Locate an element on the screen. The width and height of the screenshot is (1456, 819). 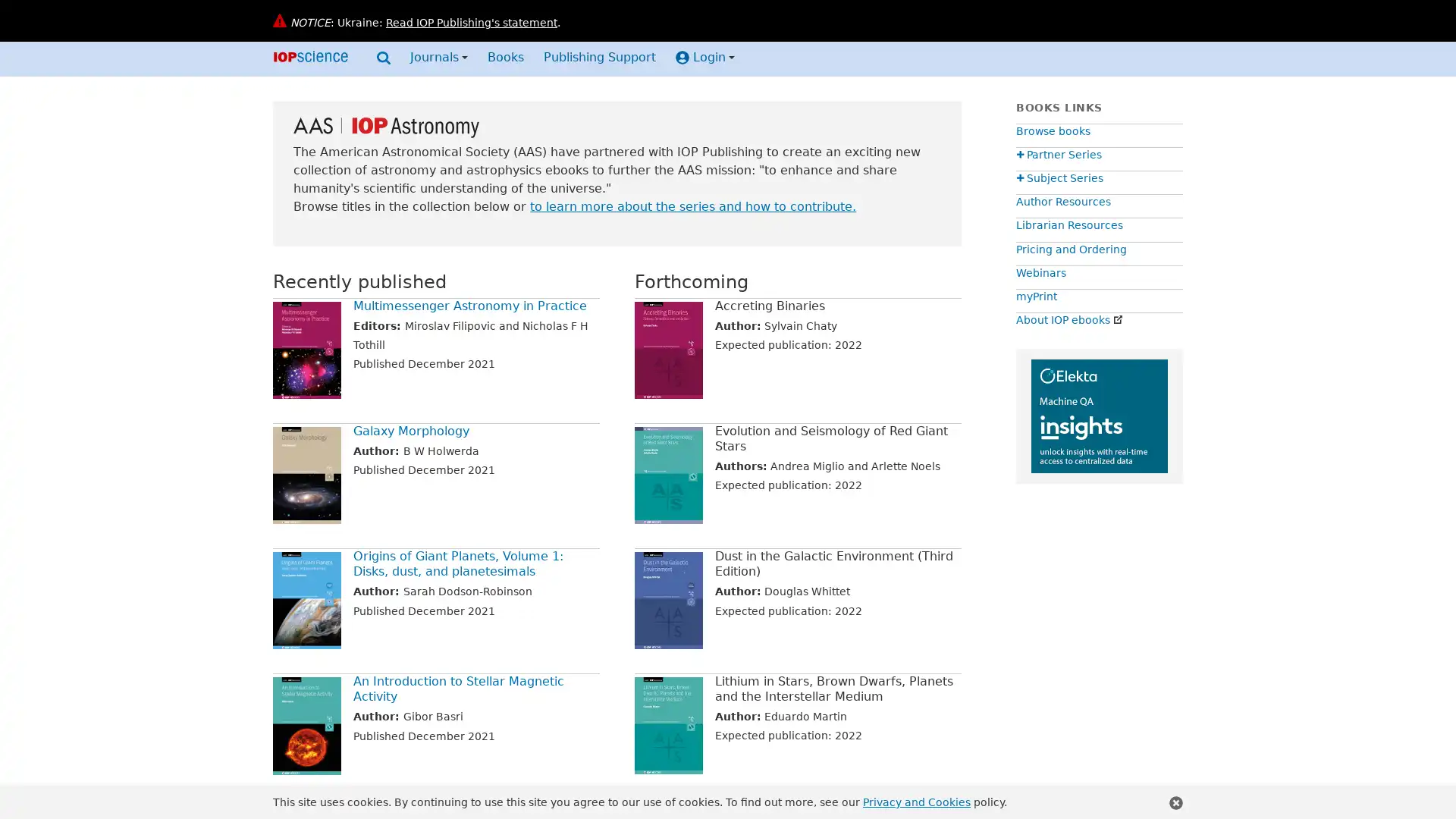
Search is located at coordinates (383, 60).